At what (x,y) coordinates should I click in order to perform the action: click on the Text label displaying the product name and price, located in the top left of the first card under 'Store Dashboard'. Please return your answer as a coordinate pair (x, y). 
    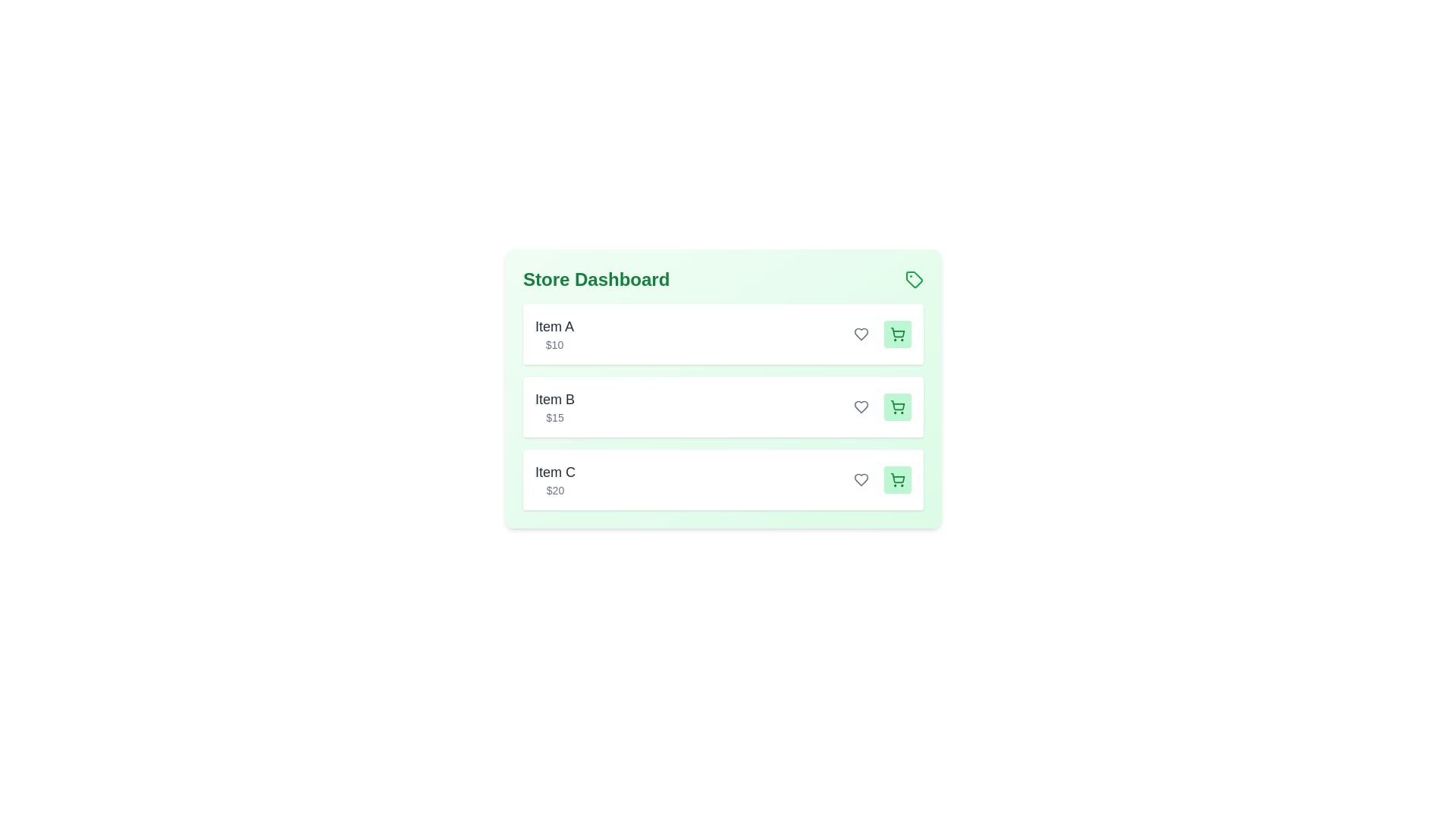
    Looking at the image, I should click on (554, 333).